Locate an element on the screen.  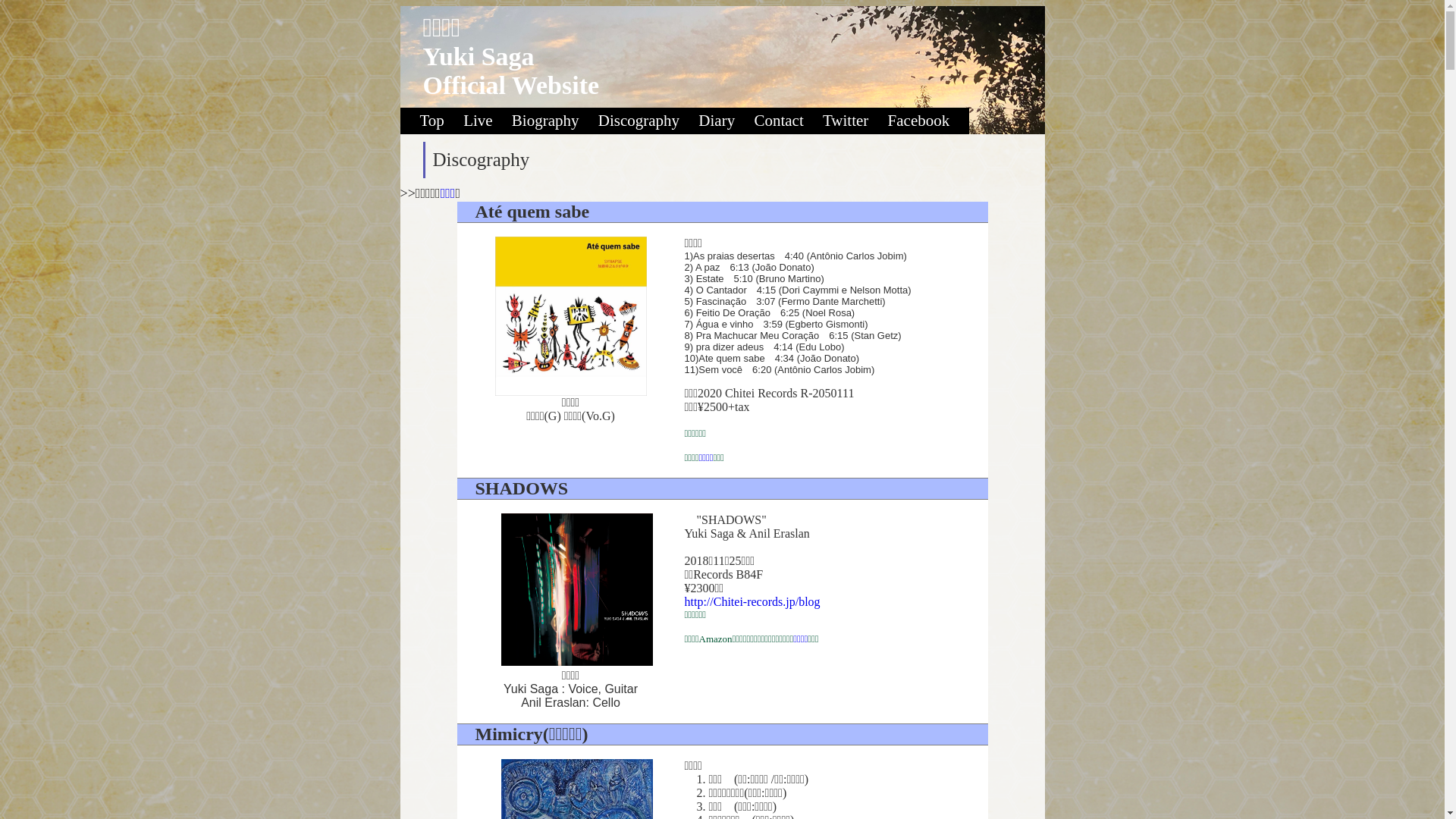
'Twitter' is located at coordinates (853, 119).